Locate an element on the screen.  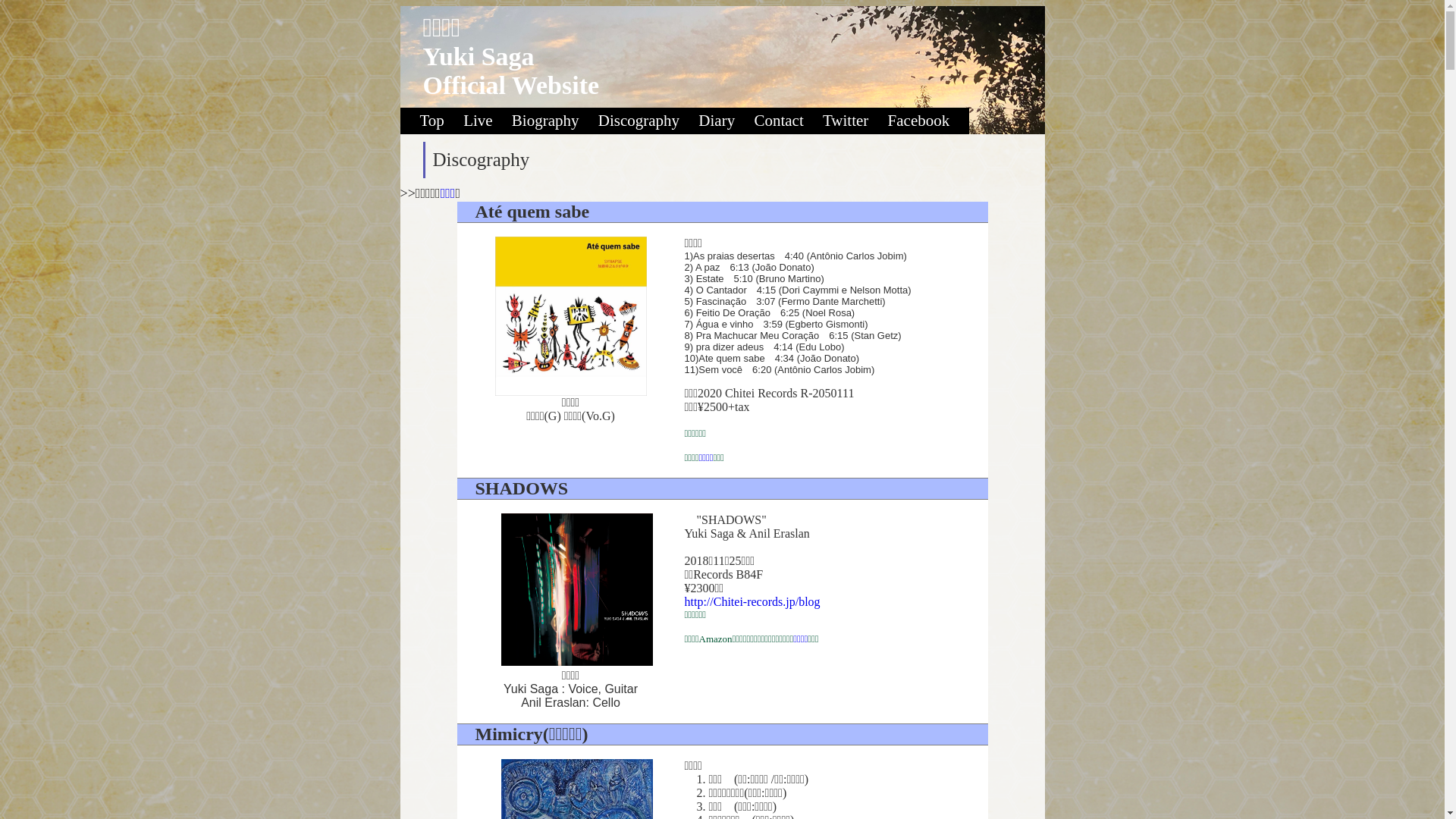
'Twitter' is located at coordinates (853, 119).